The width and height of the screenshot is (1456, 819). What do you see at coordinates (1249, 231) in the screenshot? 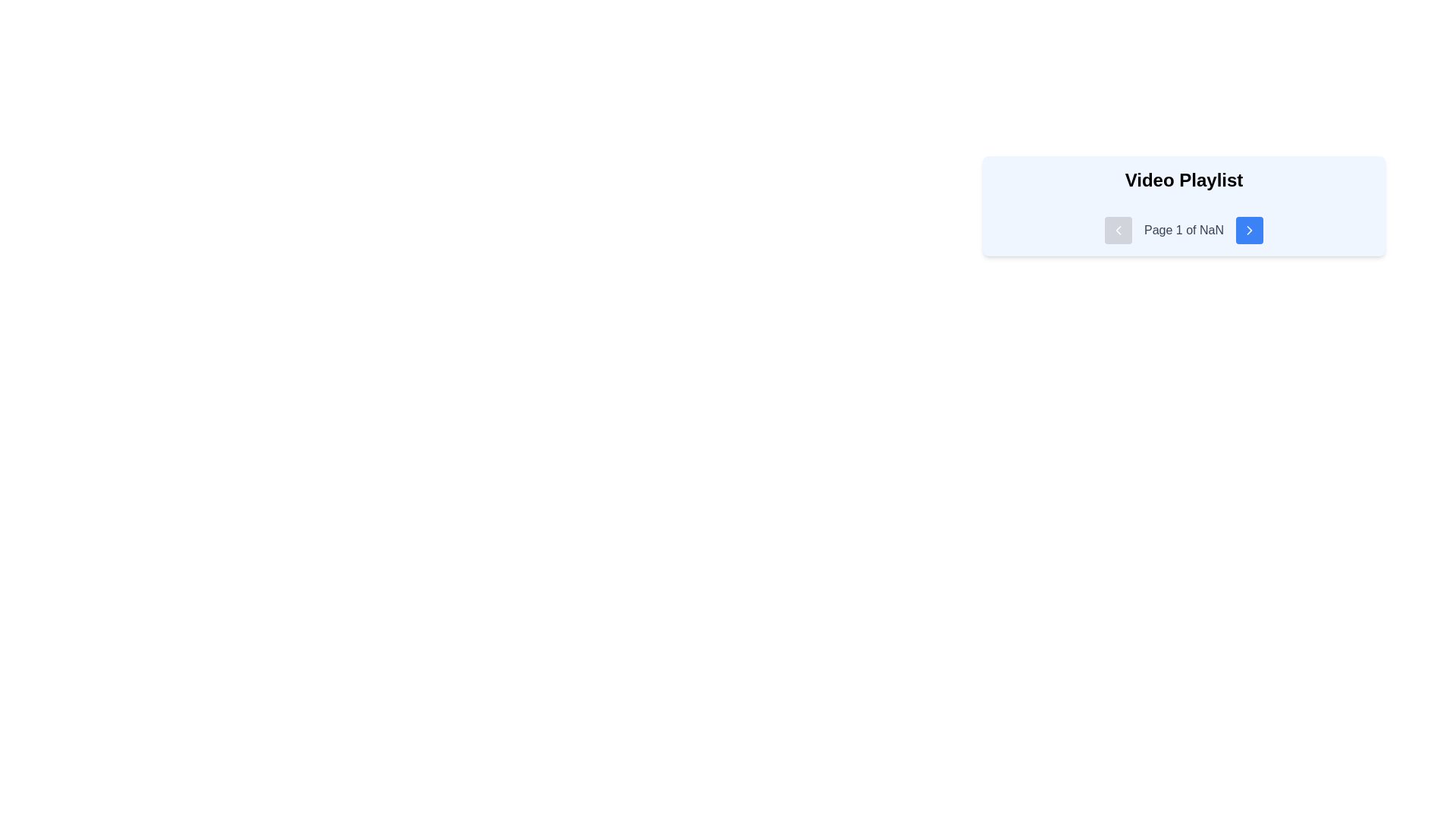
I see `the blue button with rounded edges and a white arrow pointing to the right, located in the navigation bar below the title 'Video Playlist'` at bounding box center [1249, 231].